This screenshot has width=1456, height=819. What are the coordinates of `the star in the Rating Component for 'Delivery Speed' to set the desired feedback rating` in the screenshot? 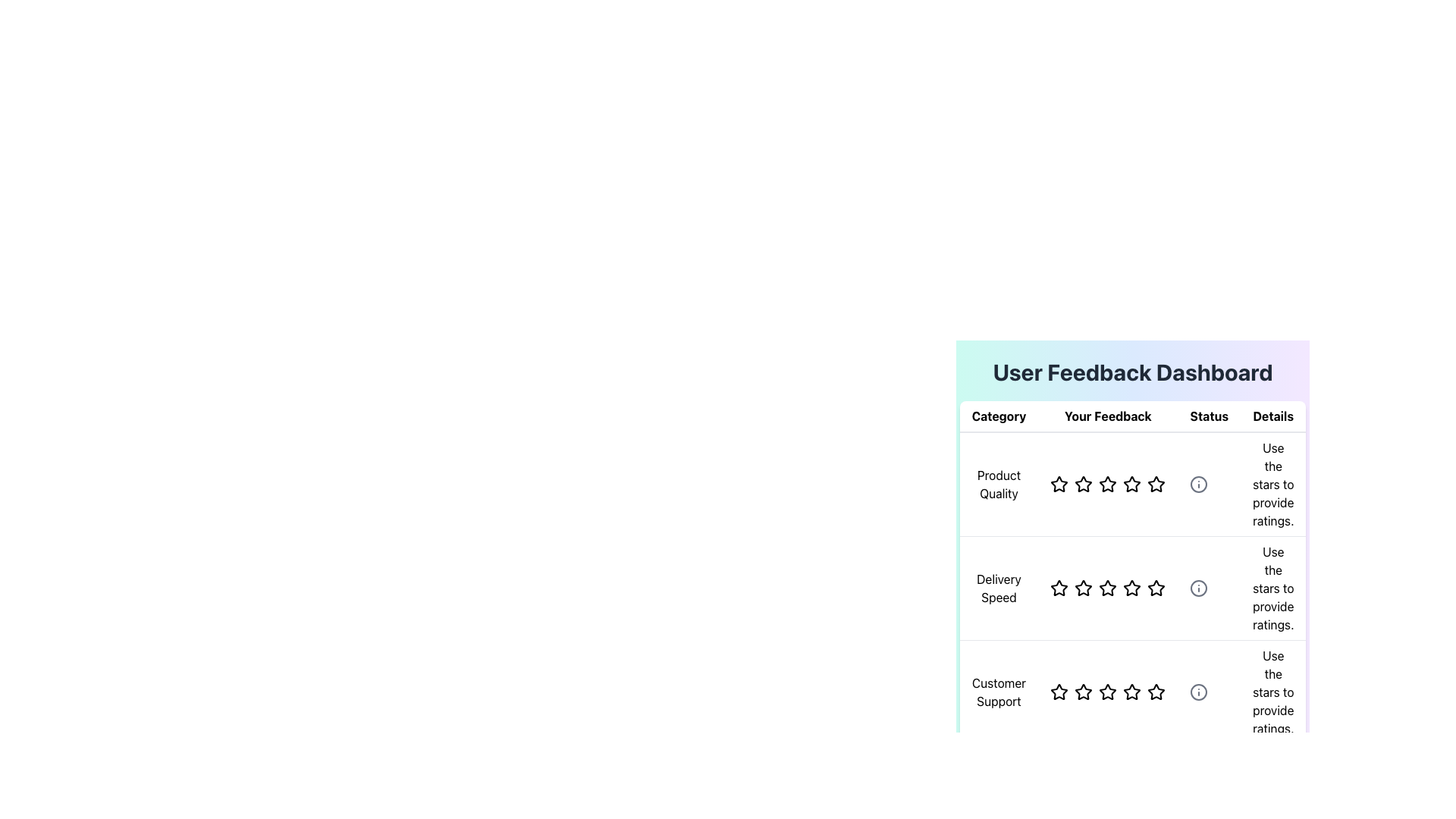 It's located at (1108, 587).